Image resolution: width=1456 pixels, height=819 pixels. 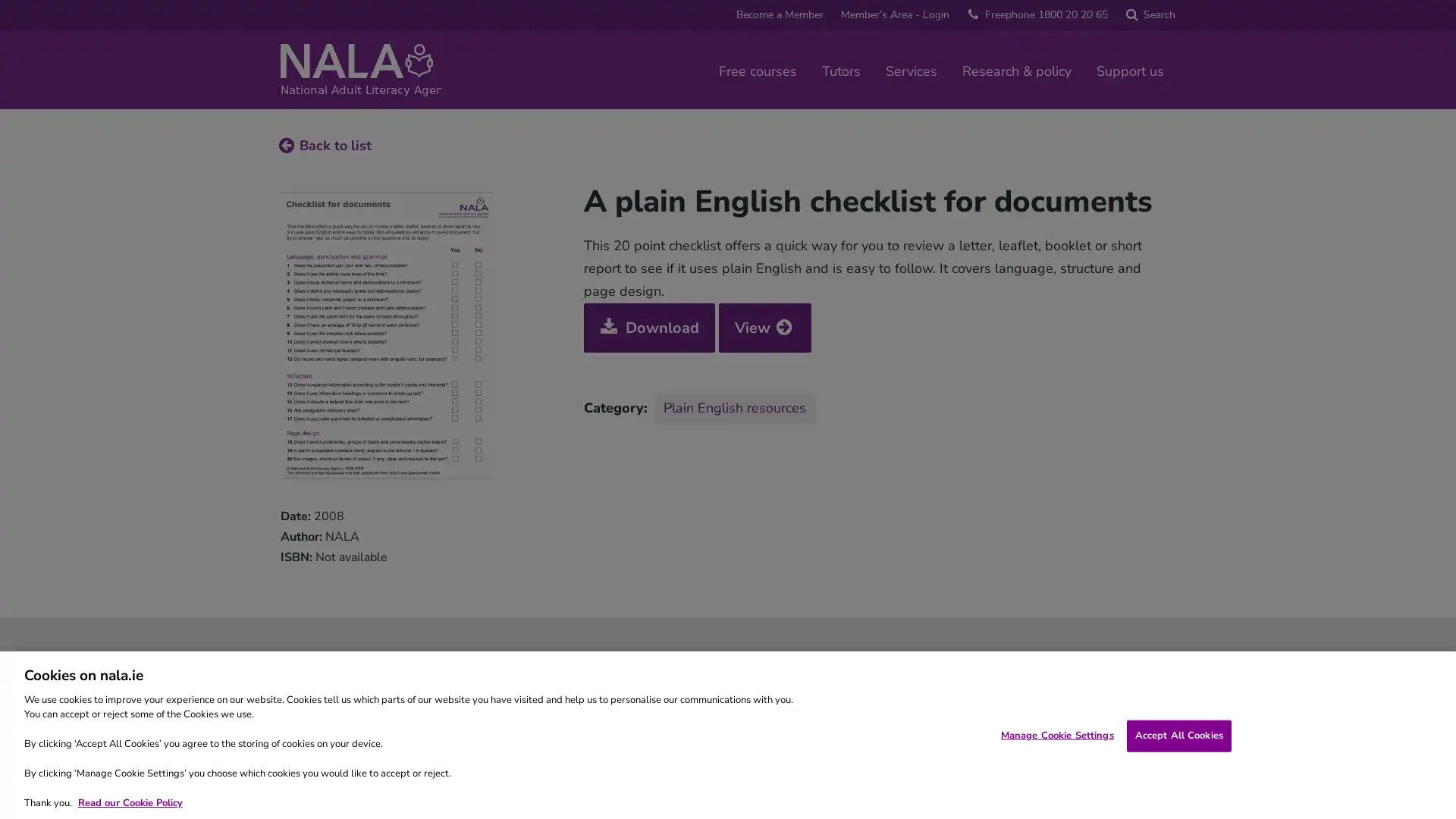 I want to click on Accept All Cookies, so click(x=1178, y=735).